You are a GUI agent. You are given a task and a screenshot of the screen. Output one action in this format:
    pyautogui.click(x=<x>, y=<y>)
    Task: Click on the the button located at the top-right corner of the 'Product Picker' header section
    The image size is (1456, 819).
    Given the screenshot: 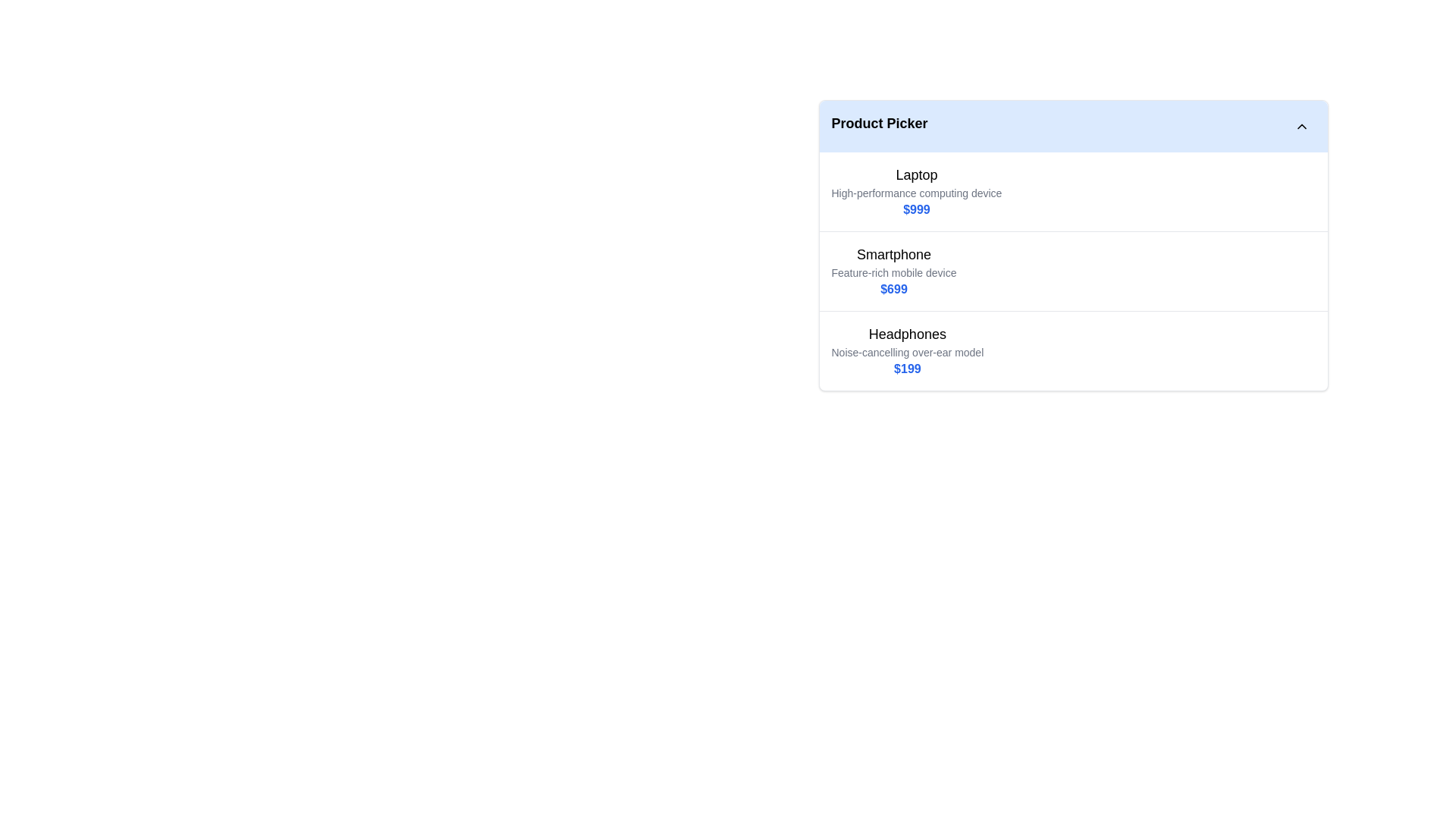 What is the action you would take?
    pyautogui.click(x=1301, y=125)
    